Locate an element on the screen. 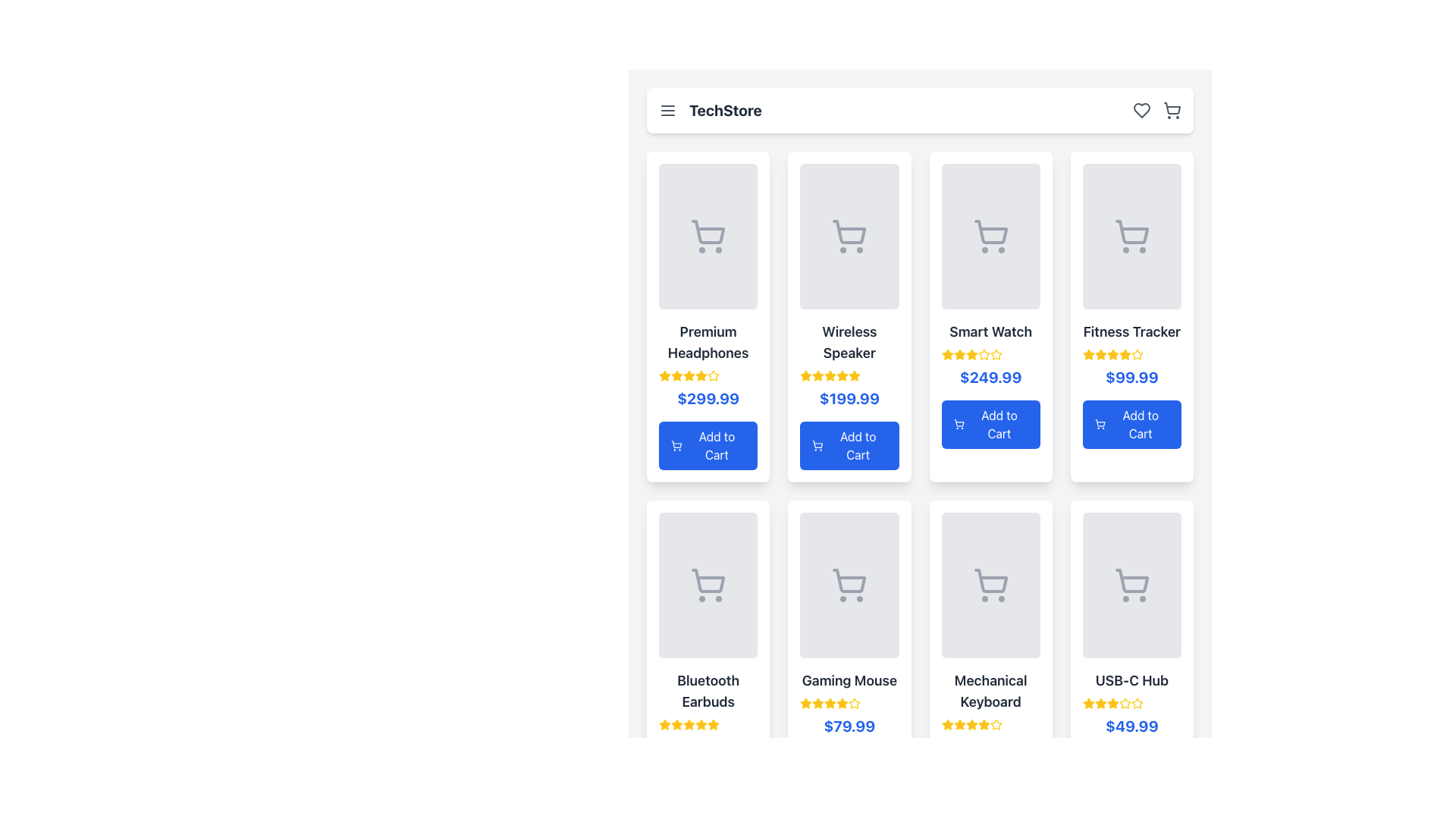  the third star icon in the rating component of the 'Smart Watch' product card is located at coordinates (971, 354).